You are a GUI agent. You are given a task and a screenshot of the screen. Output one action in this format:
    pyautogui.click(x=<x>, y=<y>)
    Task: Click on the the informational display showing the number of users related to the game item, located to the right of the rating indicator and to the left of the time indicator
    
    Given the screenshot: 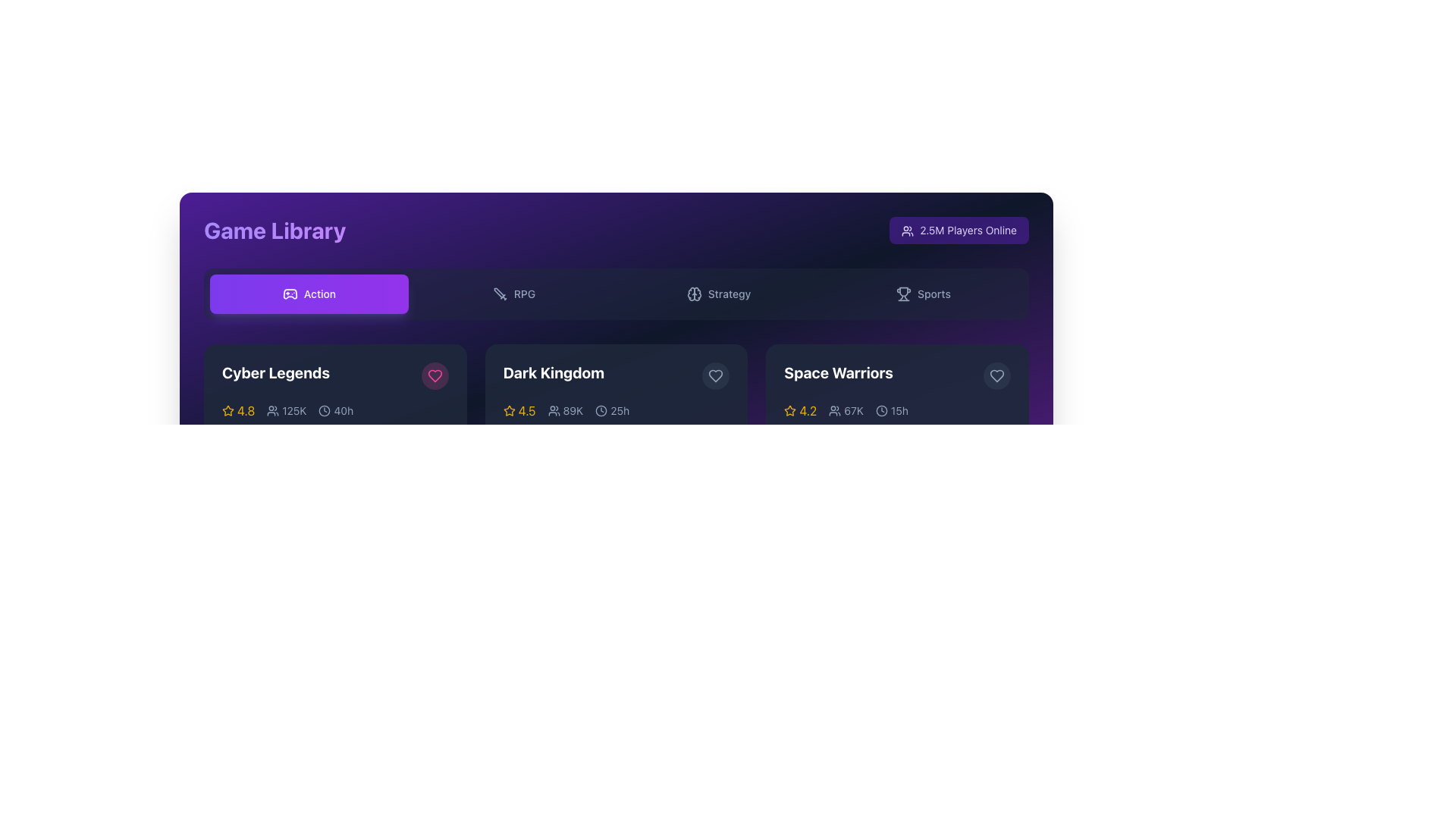 What is the action you would take?
    pyautogui.click(x=287, y=411)
    